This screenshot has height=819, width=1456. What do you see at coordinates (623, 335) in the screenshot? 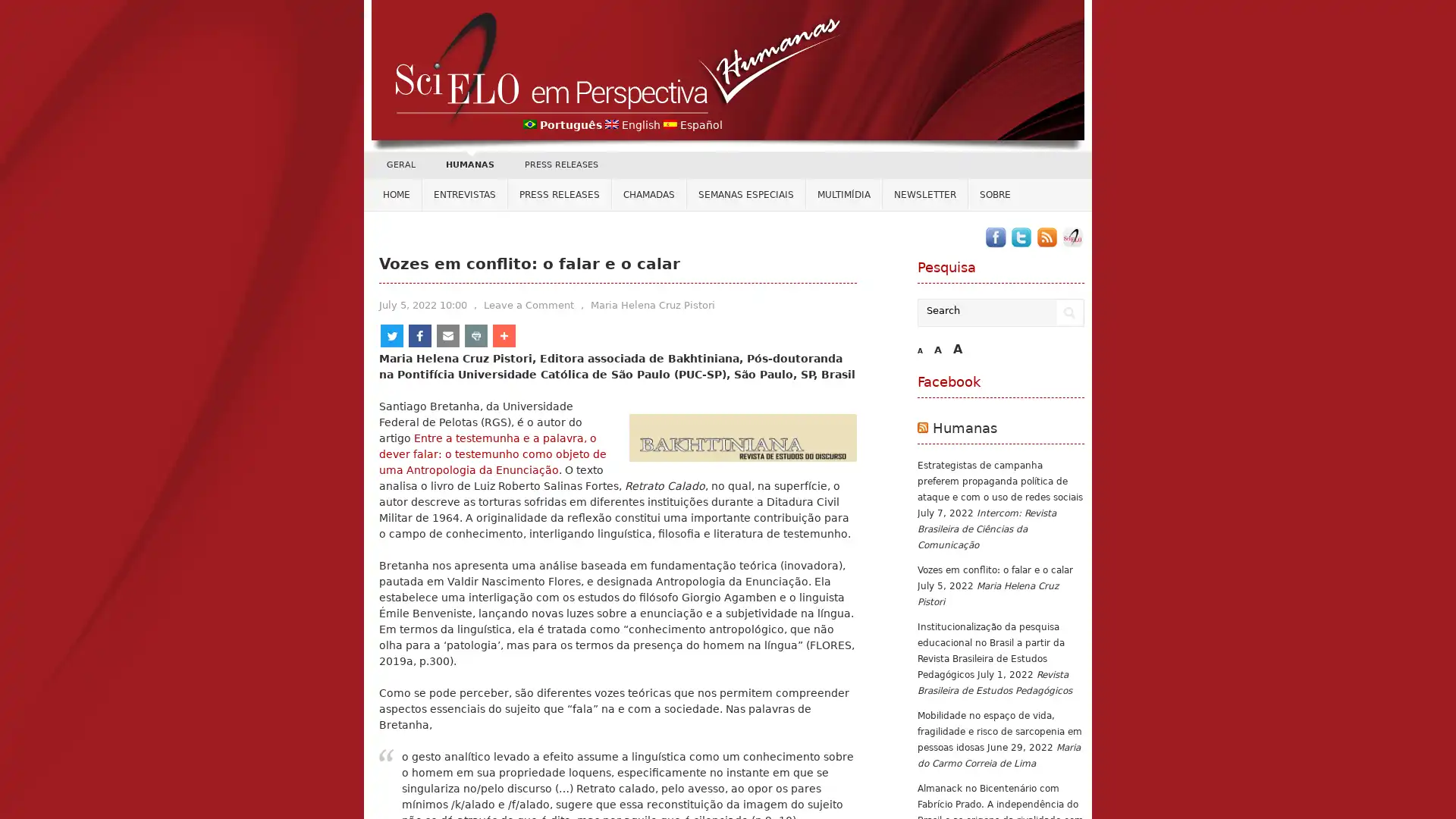
I see `Share to Print Print` at bounding box center [623, 335].